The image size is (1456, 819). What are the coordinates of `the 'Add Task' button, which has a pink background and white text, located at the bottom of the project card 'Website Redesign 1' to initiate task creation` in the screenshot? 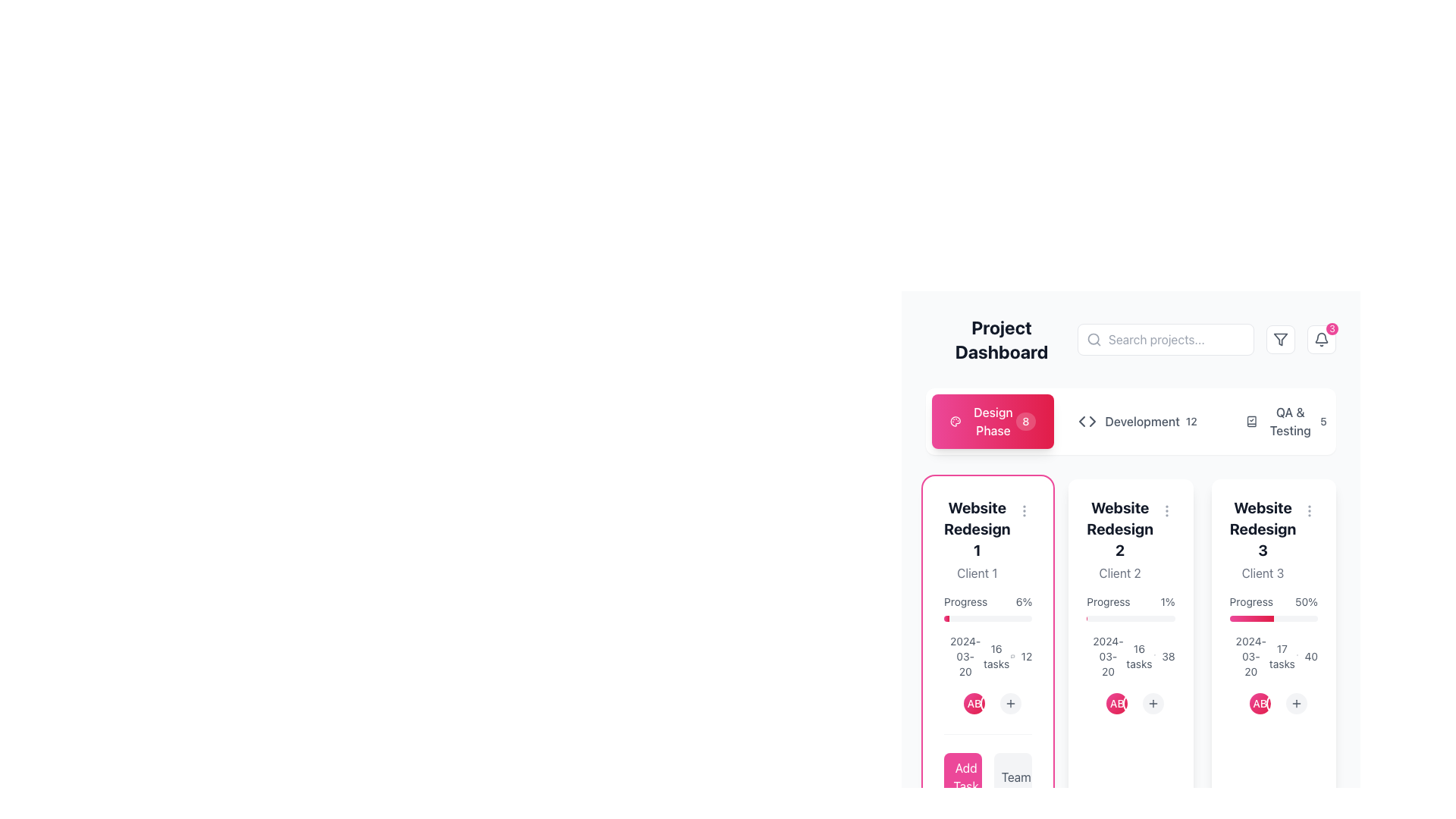 It's located at (988, 767).